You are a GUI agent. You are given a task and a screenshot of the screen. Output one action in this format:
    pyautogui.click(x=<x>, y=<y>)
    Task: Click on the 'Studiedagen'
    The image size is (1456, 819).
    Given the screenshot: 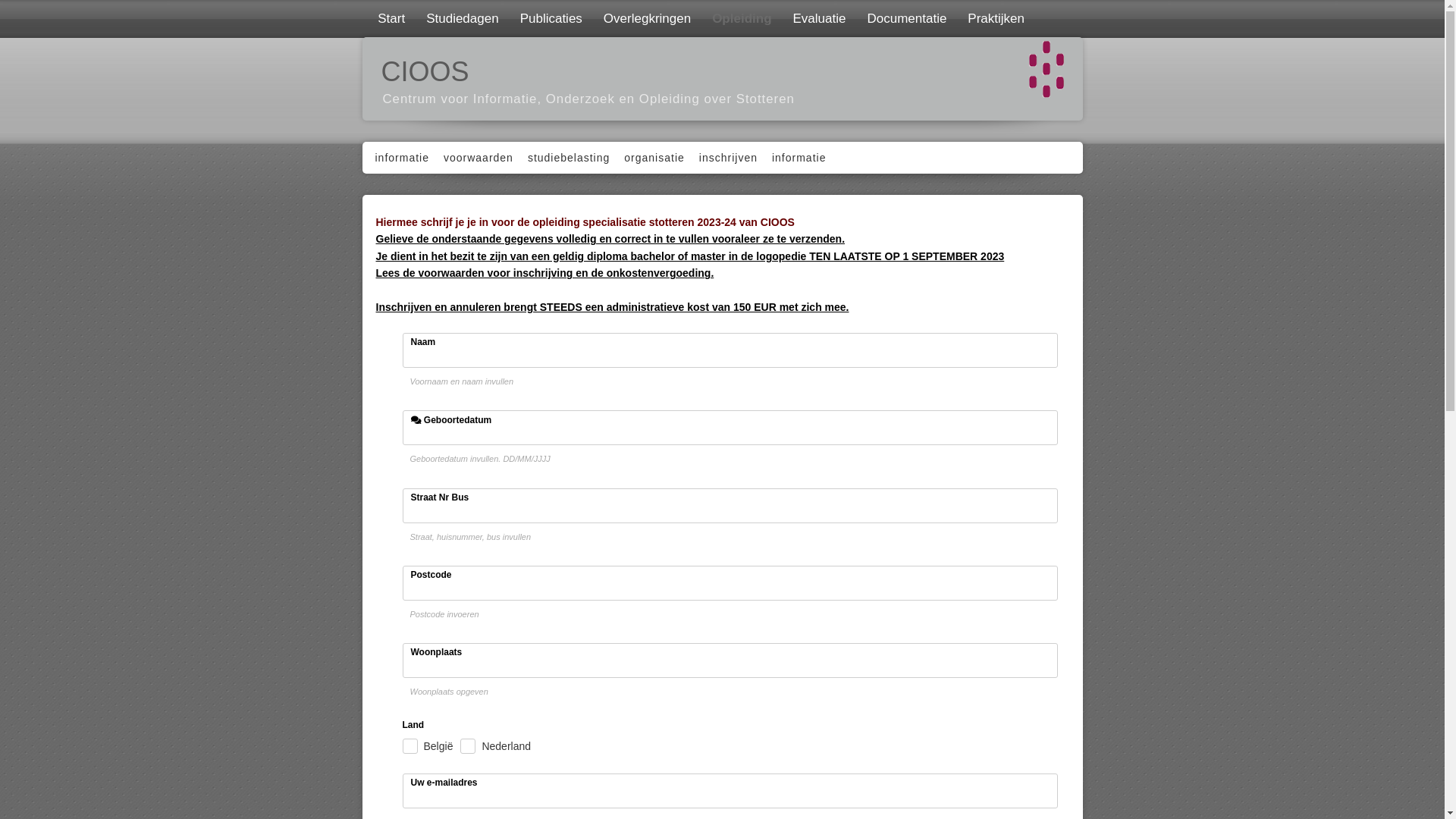 What is the action you would take?
    pyautogui.click(x=460, y=18)
    